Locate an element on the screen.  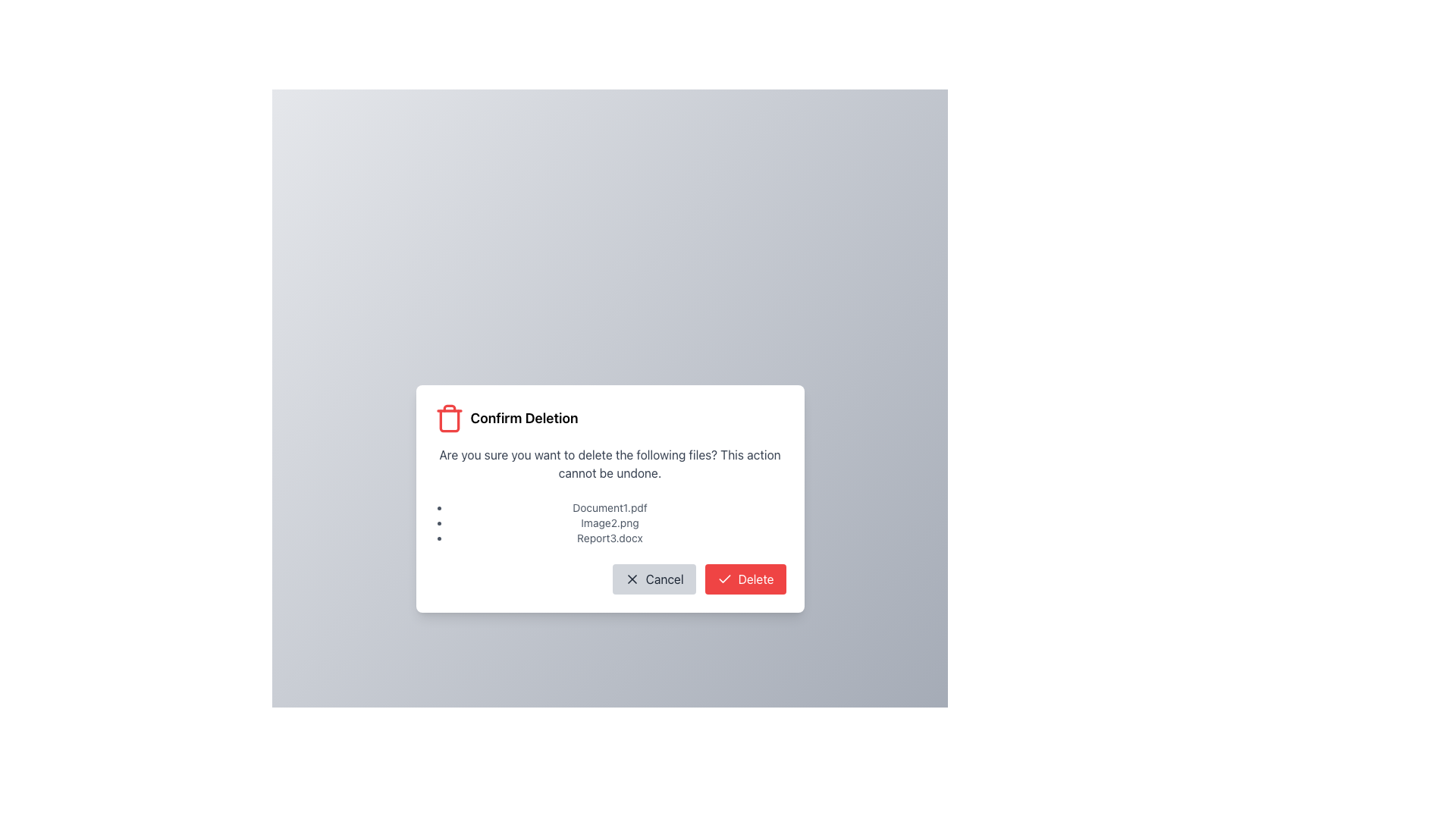
the red 'Delete' button with white text and a checkmark icon, located in the bottom right of the modal window, to trigger a visual state change is located at coordinates (745, 579).